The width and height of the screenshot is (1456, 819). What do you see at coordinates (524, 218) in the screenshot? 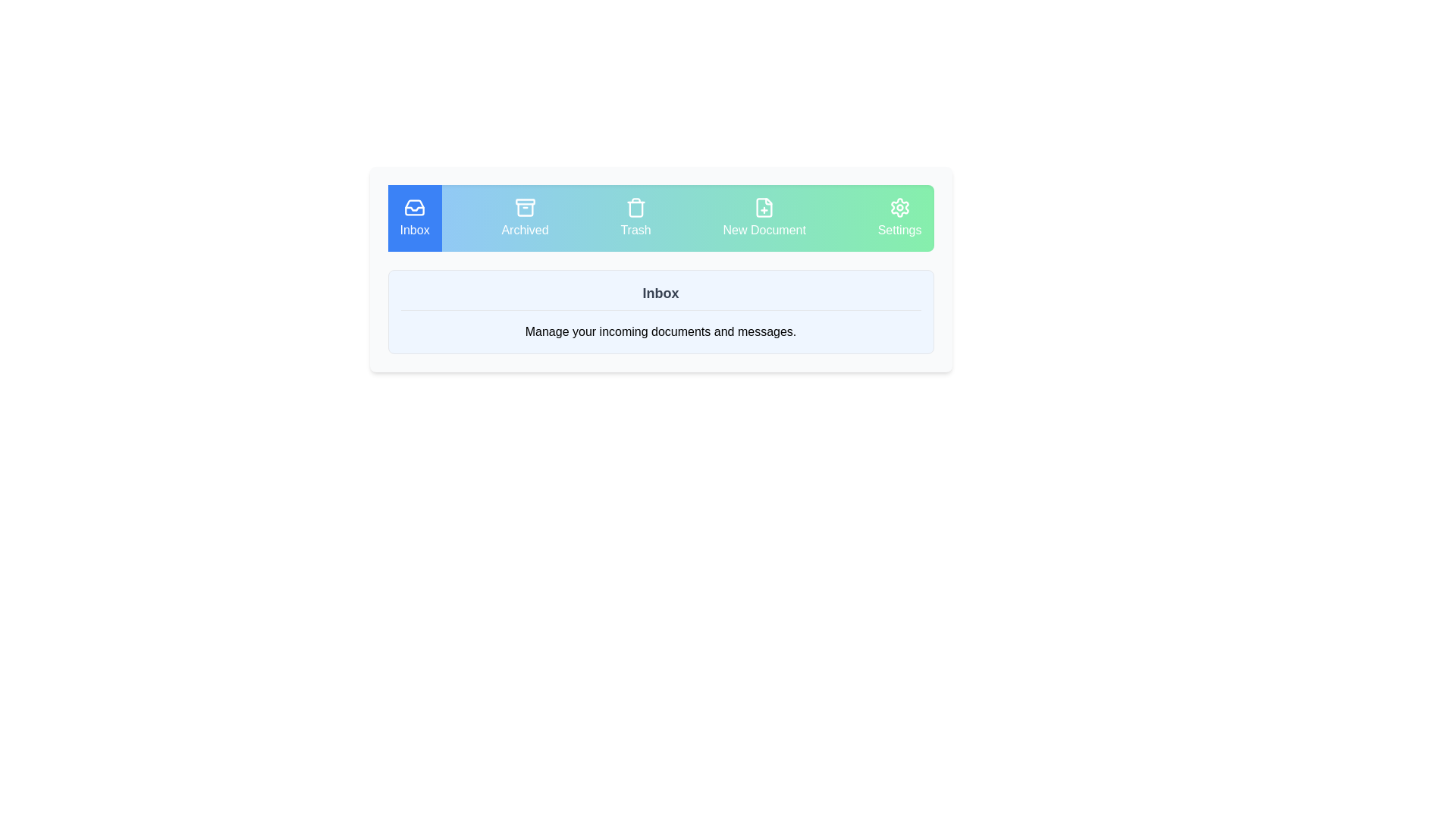
I see `the tab labeled Archived to switch to it` at bounding box center [524, 218].